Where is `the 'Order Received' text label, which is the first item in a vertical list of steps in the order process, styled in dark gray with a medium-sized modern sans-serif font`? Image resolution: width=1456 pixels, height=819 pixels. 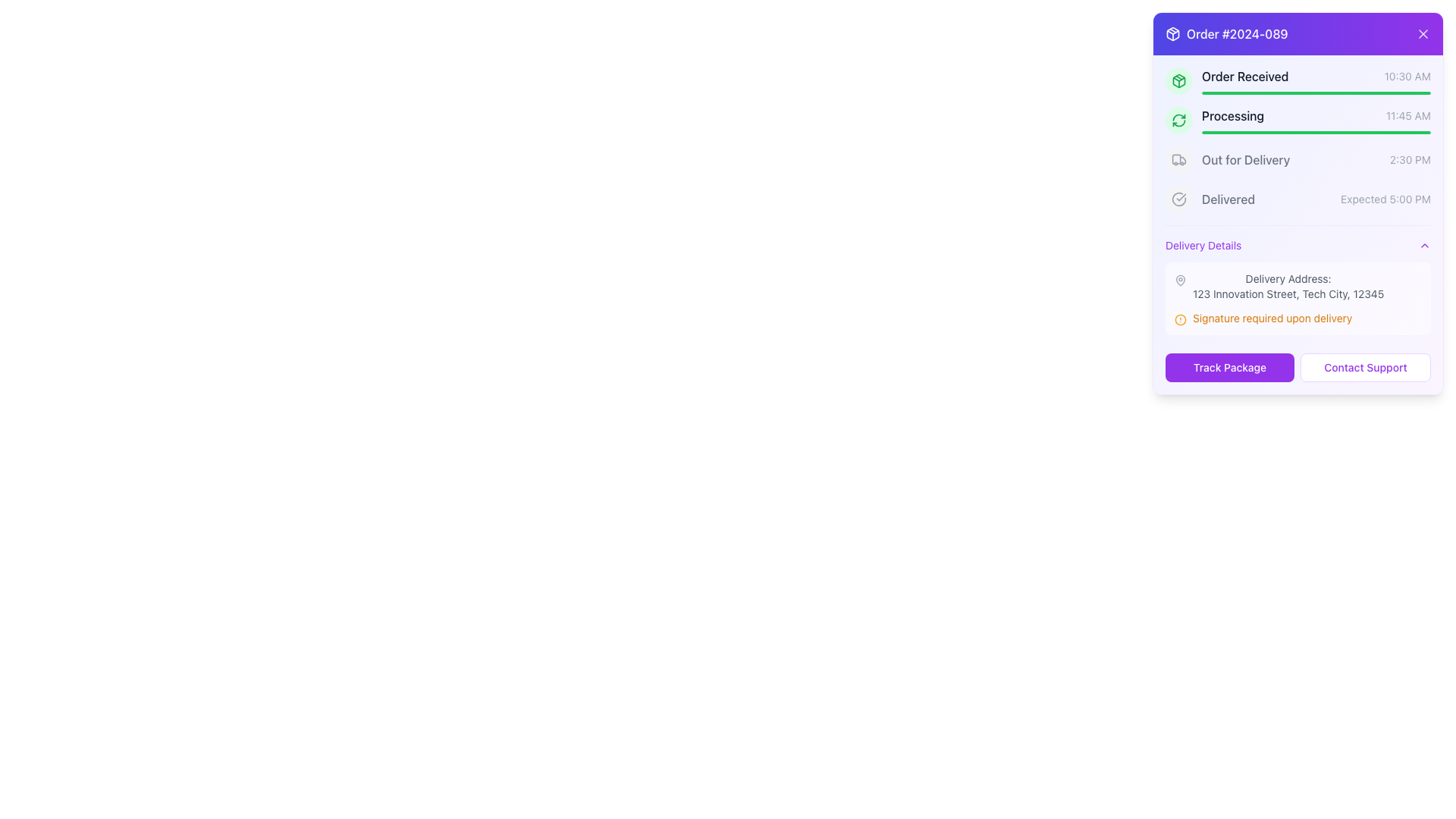
the 'Order Received' text label, which is the first item in a vertical list of steps in the order process, styled in dark gray with a medium-sized modern sans-serif font is located at coordinates (1245, 76).